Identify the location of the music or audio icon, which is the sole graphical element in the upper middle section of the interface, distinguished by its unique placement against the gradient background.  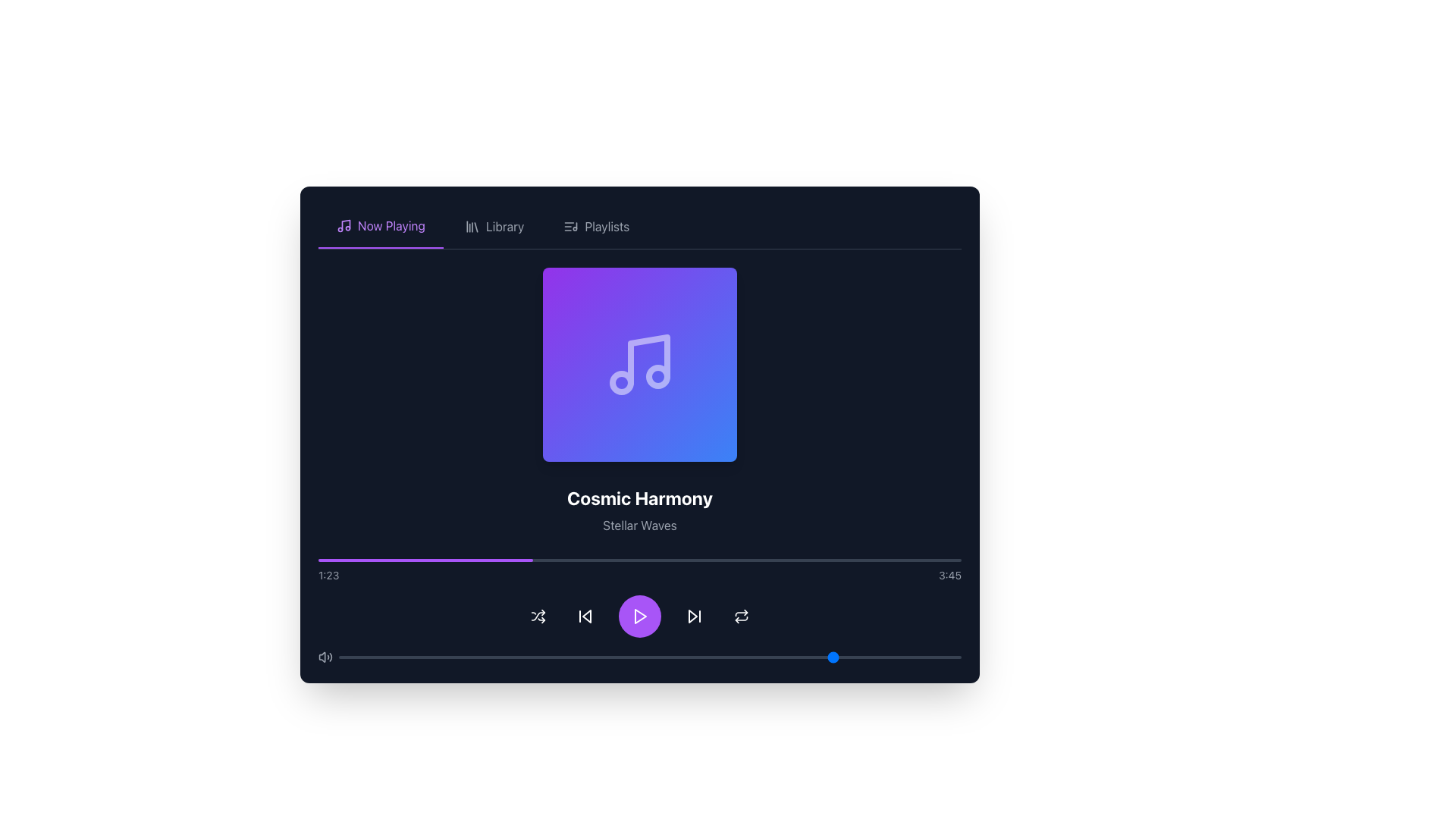
(640, 365).